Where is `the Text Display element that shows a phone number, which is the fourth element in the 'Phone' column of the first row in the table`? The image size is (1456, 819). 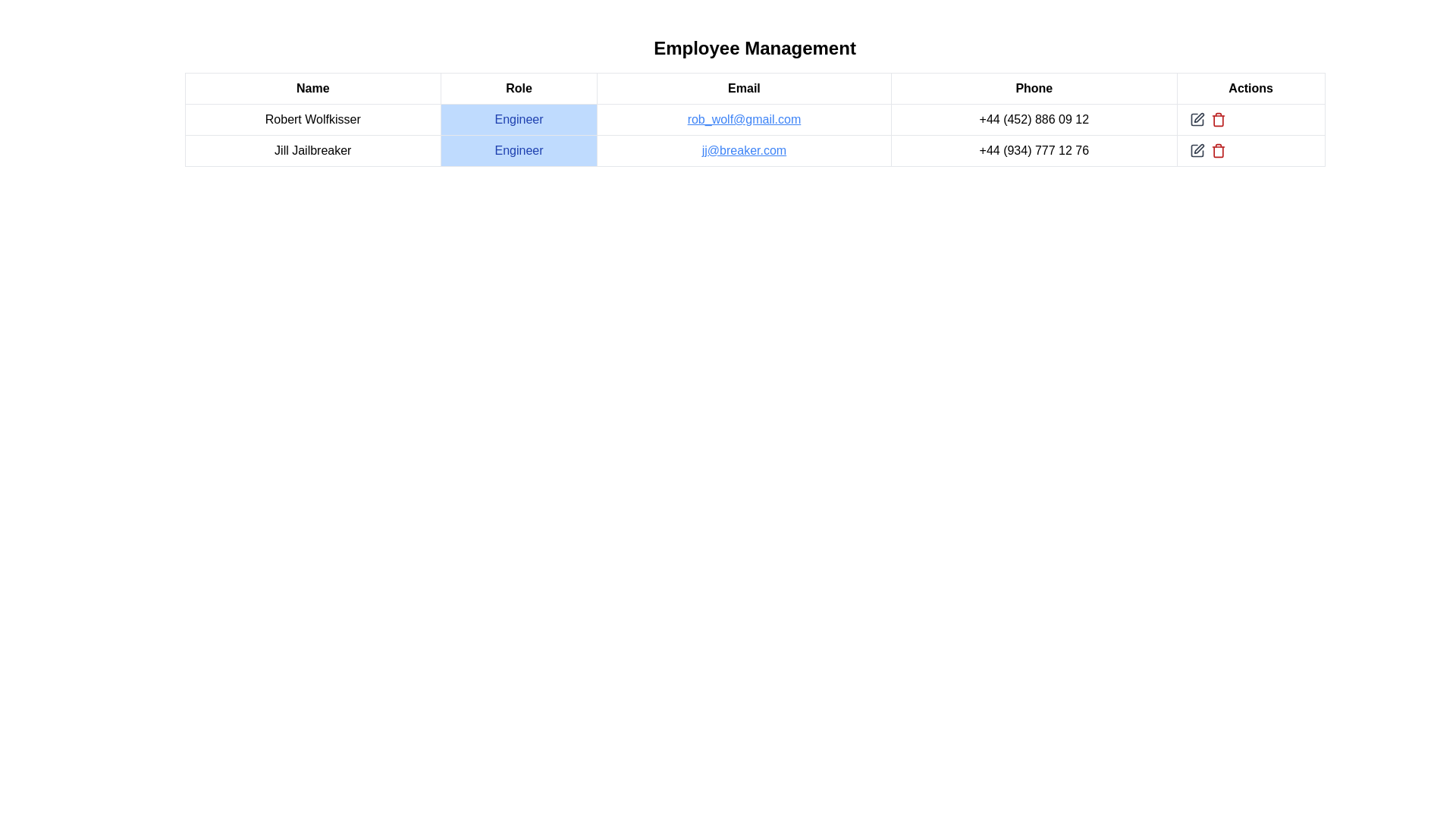 the Text Display element that shows a phone number, which is the fourth element in the 'Phone' column of the first row in the table is located at coordinates (1033, 119).